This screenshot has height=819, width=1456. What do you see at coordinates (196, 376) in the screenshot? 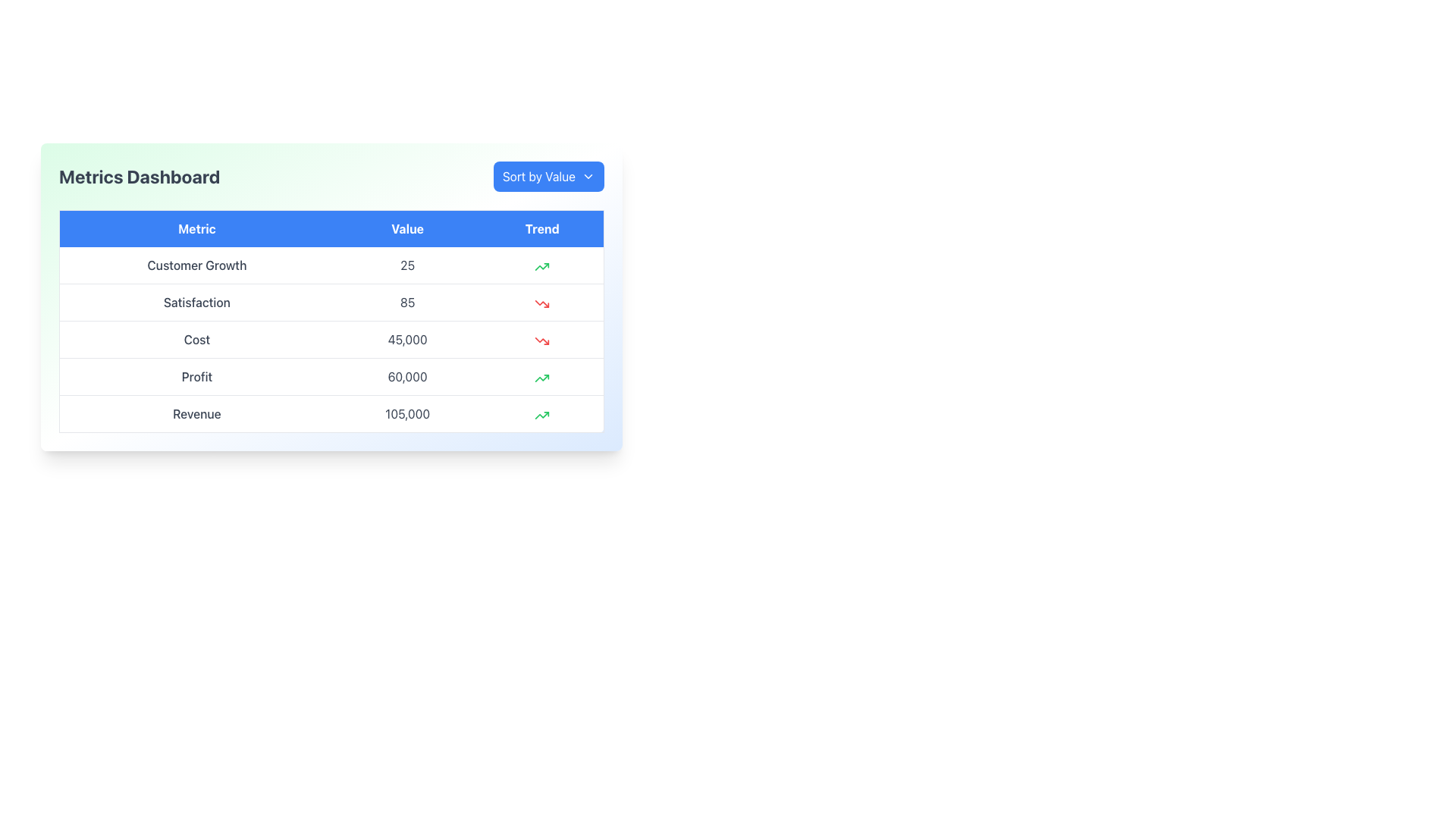
I see `the text label 'Profit' located in the fourth row of the table under the 'Metric' column` at bounding box center [196, 376].